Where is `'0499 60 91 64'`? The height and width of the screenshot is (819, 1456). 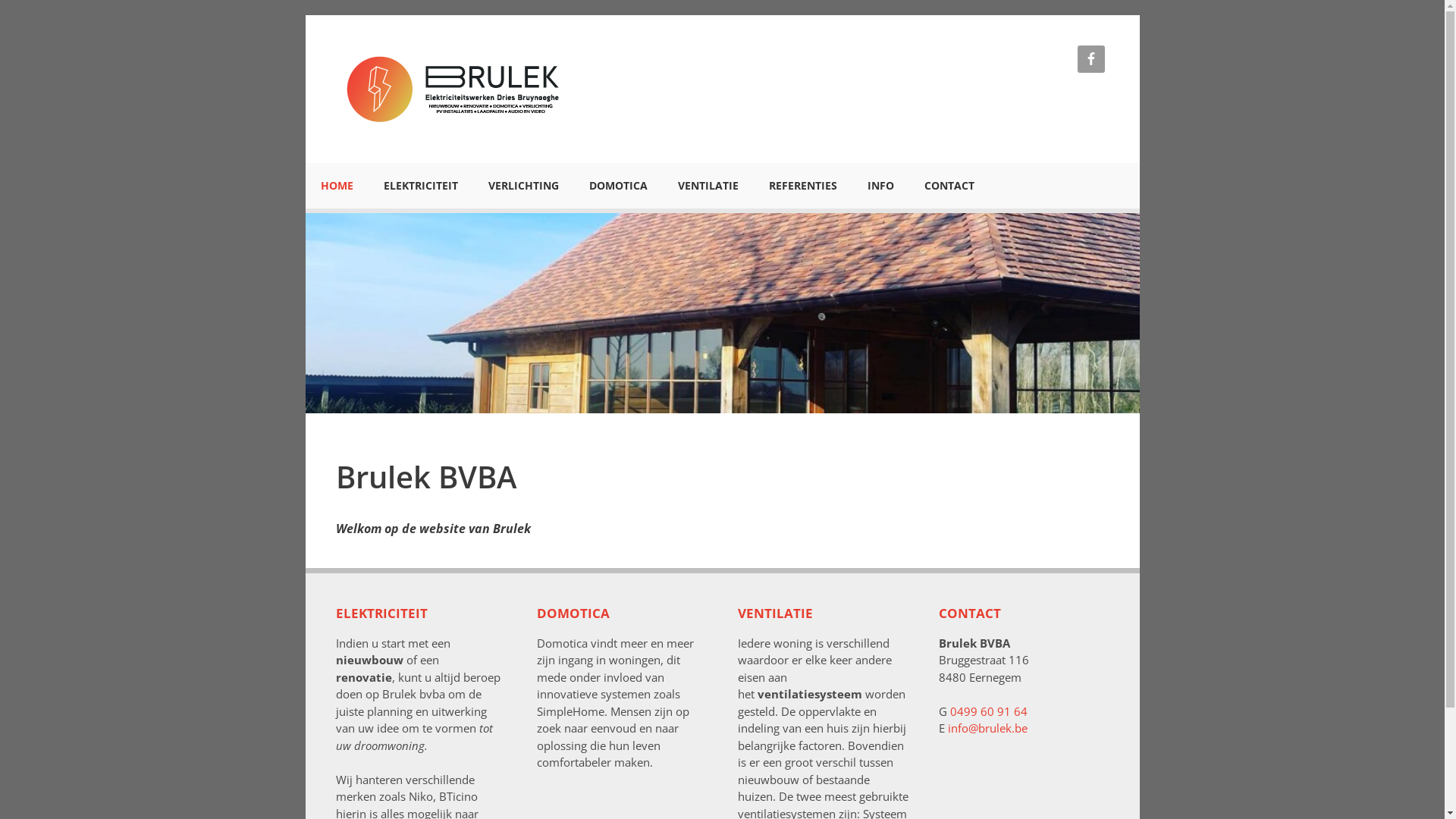
'0499 60 91 64' is located at coordinates (987, 711).